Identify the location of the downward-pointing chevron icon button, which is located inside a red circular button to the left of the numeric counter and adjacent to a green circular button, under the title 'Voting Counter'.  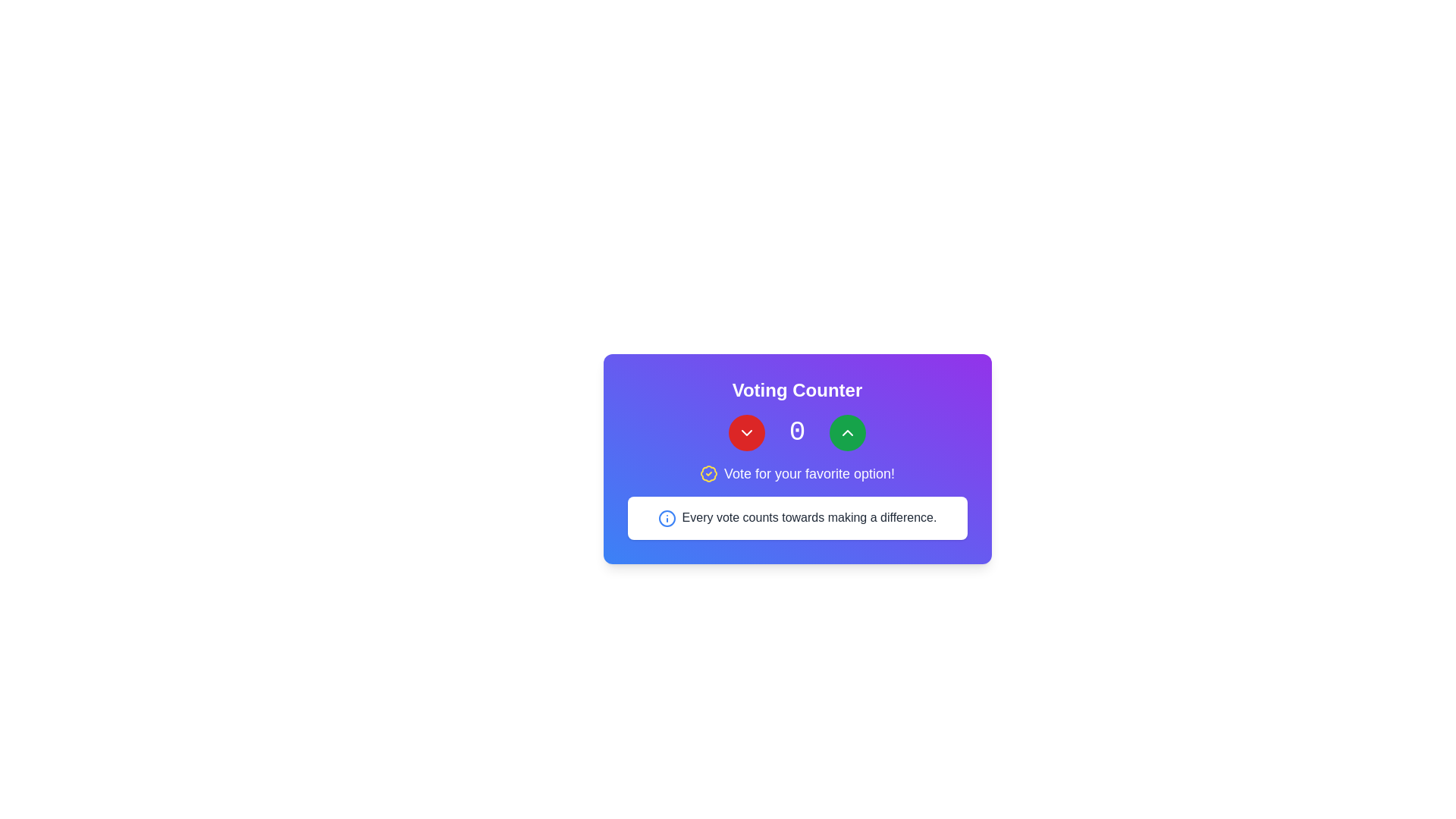
(746, 432).